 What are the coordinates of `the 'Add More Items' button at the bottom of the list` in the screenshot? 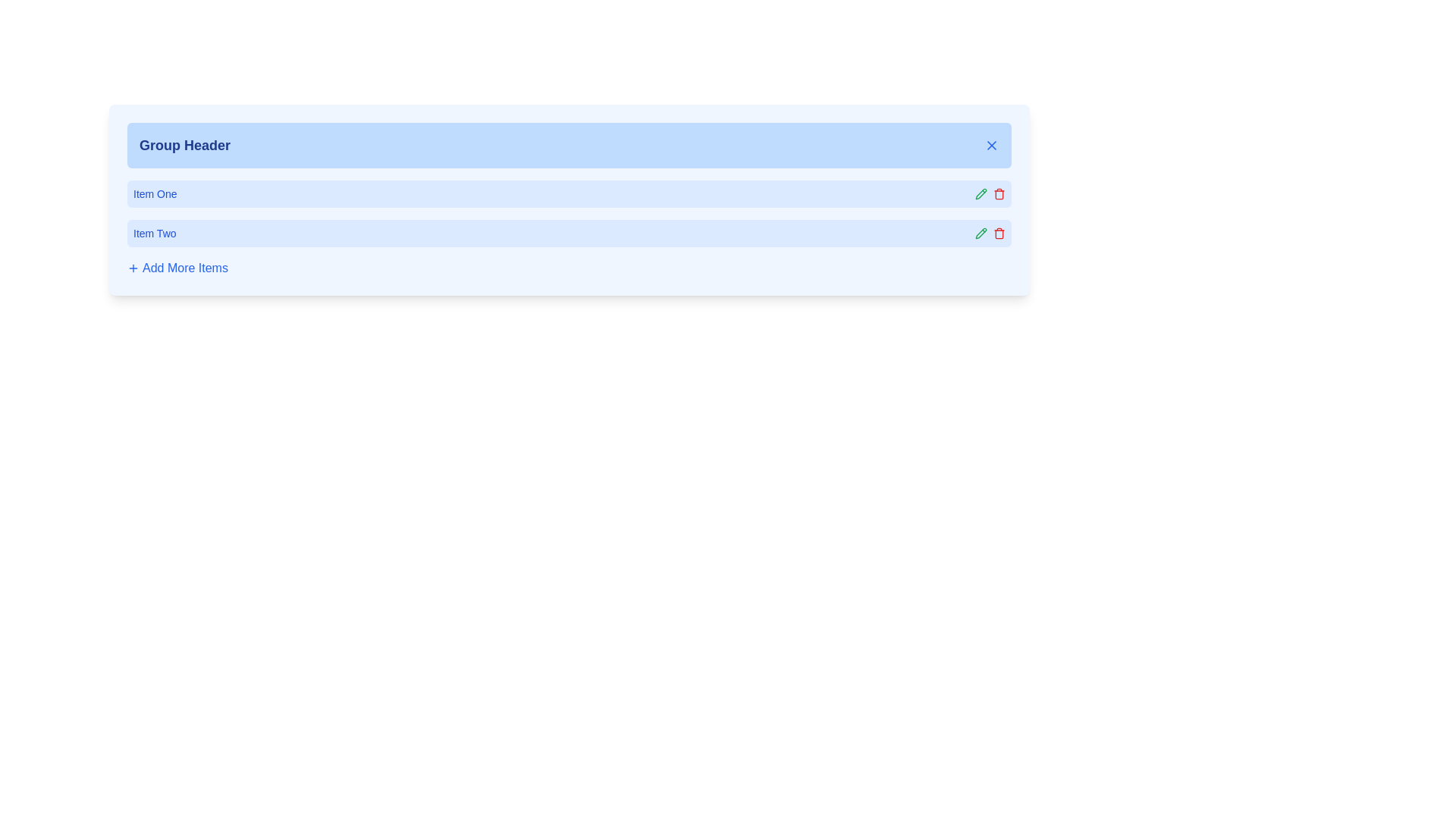 It's located at (568, 268).